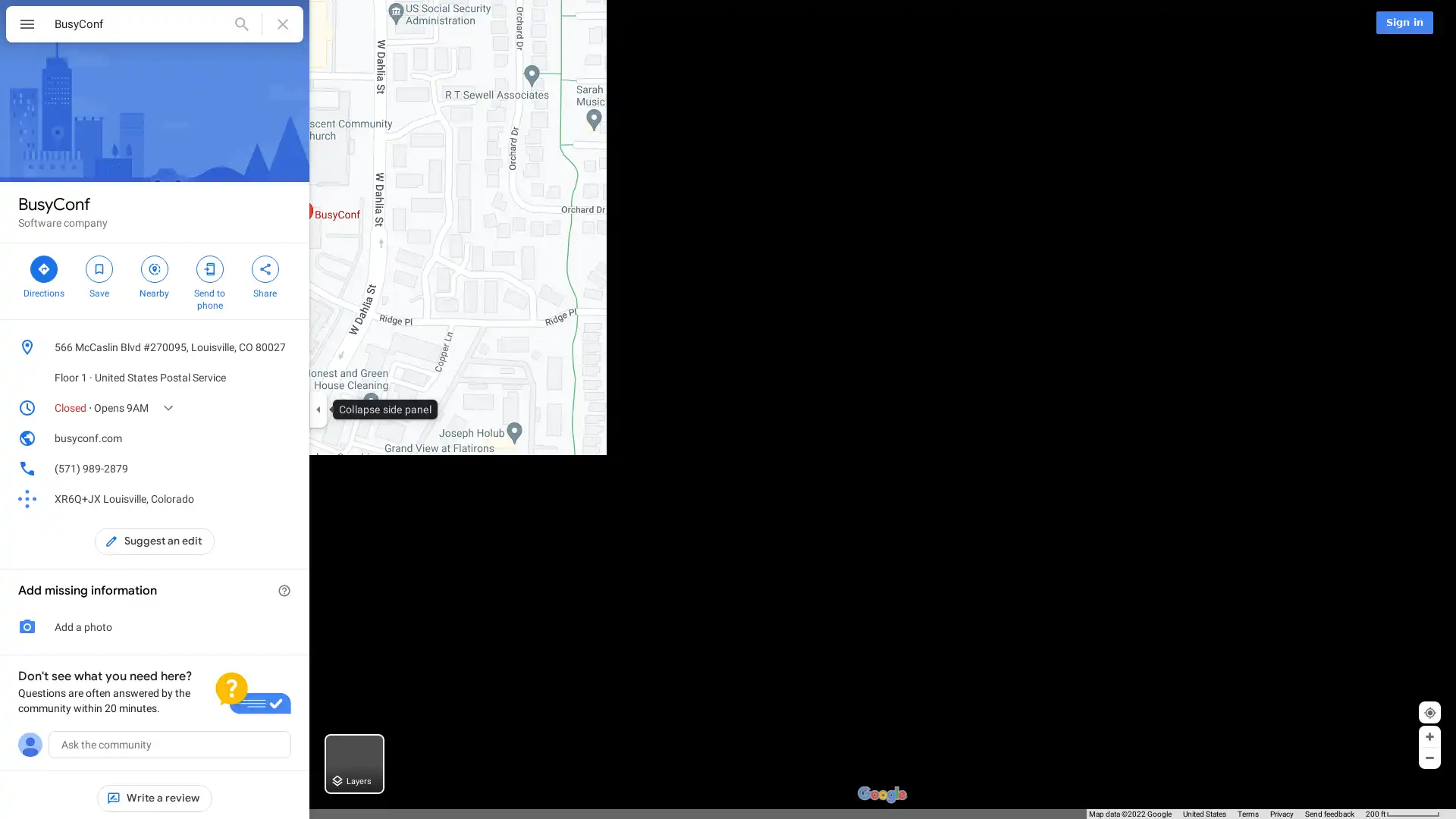 The image size is (1456, 819). Describe the element at coordinates (1429, 767) in the screenshot. I see `Zoom out` at that location.